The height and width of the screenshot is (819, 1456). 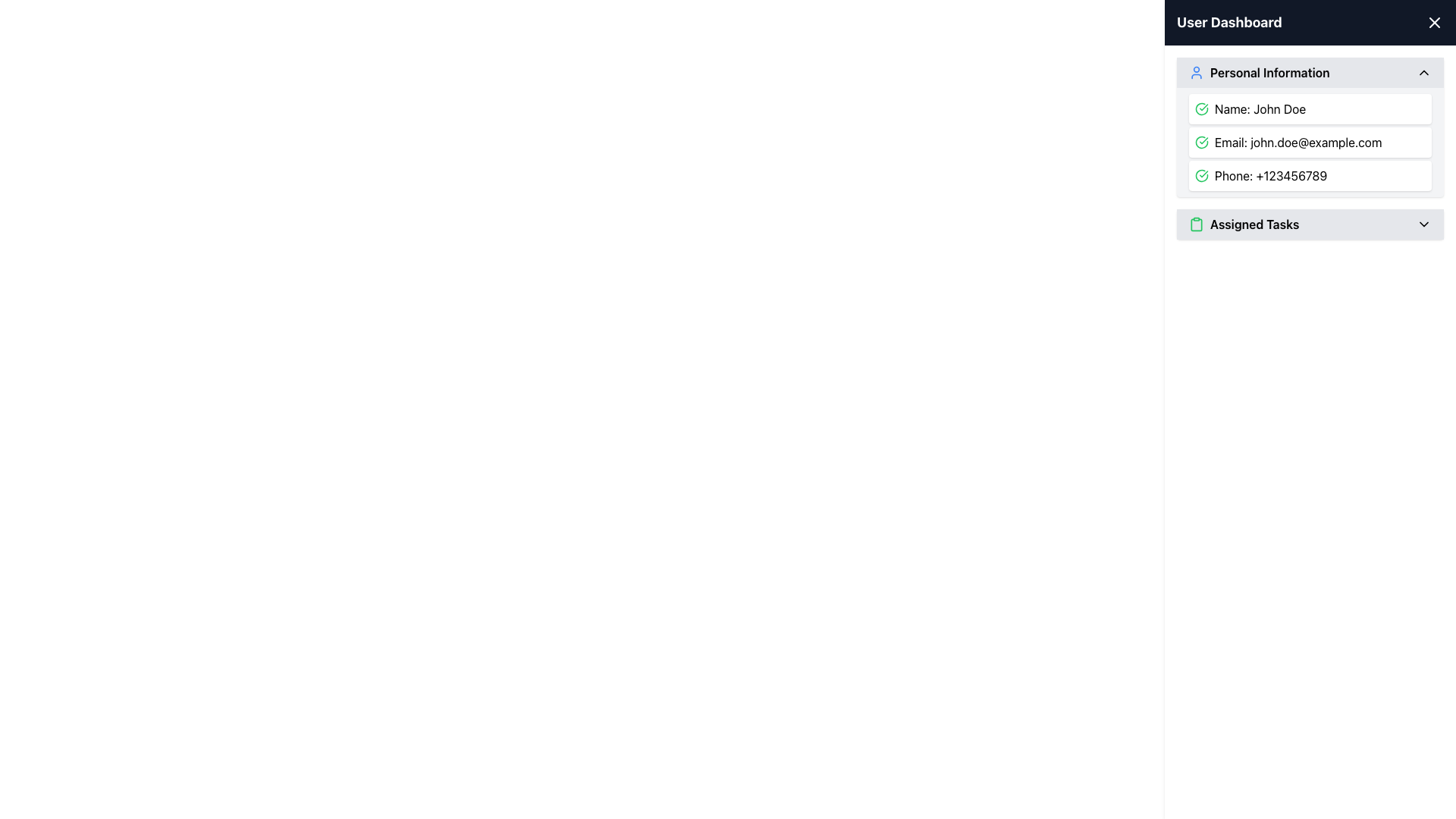 I want to click on the 'Assigned Tasks' text label, which signifies a category header for tasks in the dashboard panel, so click(x=1254, y=224).